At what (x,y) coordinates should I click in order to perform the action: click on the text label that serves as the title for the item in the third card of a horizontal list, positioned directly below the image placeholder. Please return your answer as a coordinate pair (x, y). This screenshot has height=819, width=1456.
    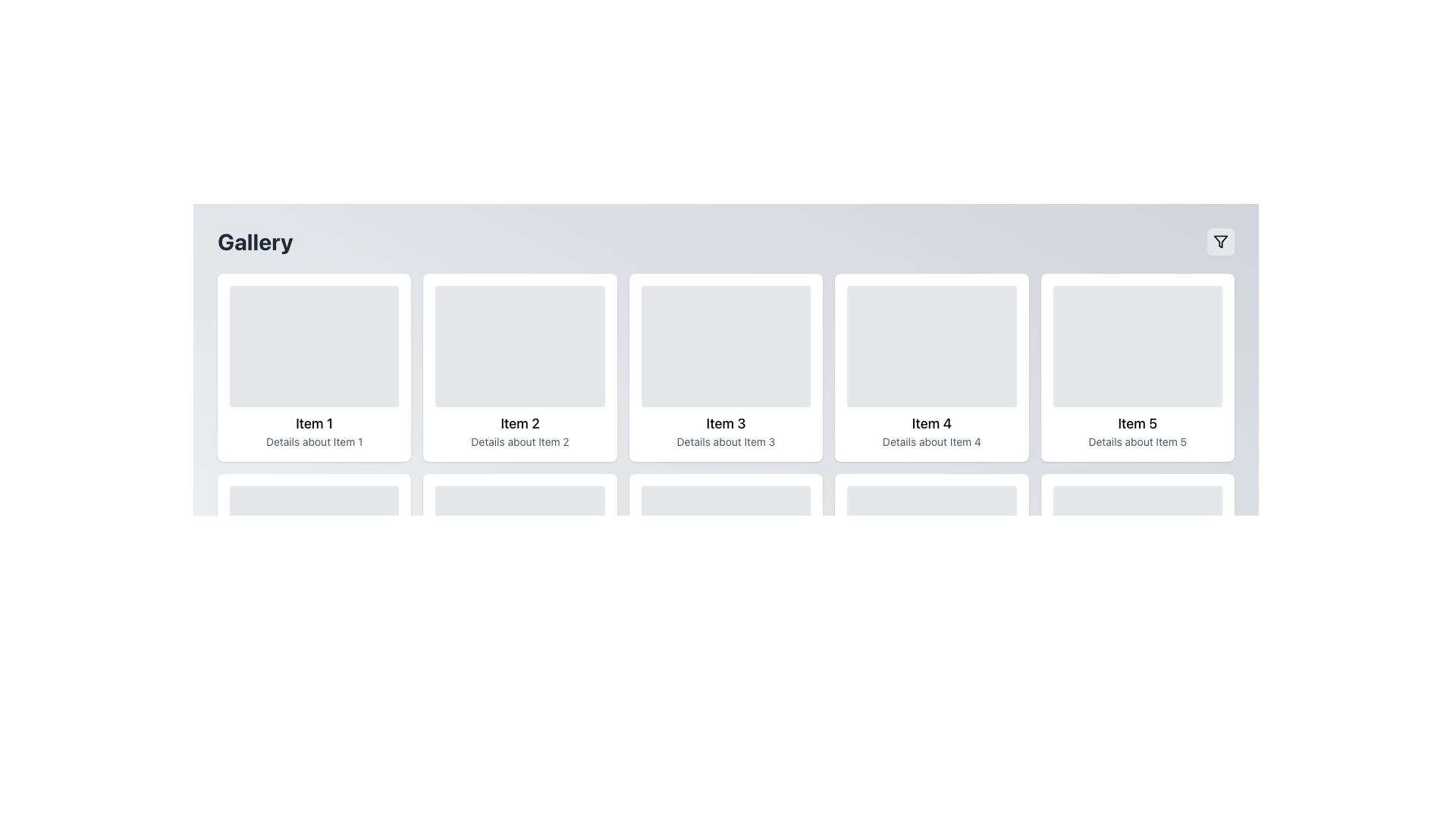
    Looking at the image, I should click on (725, 424).